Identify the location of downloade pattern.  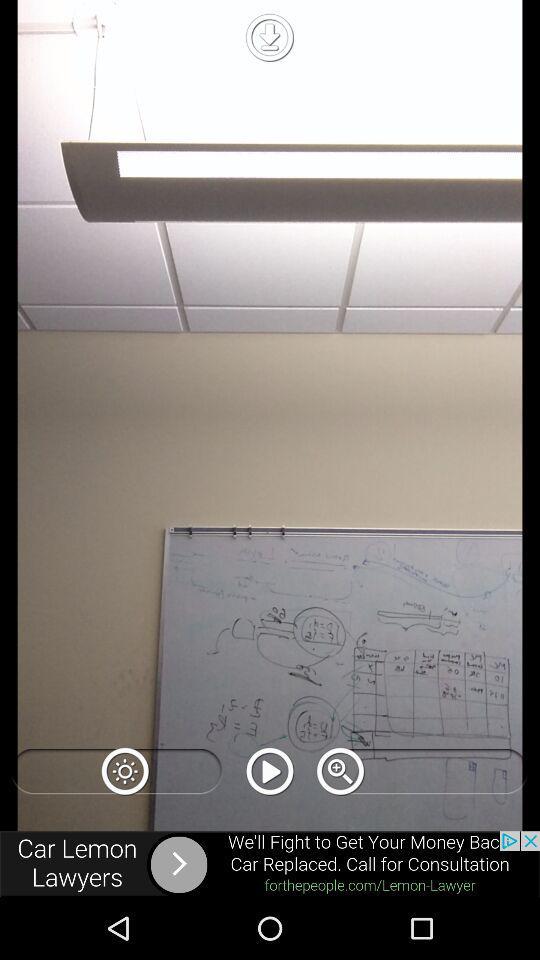
(269, 36).